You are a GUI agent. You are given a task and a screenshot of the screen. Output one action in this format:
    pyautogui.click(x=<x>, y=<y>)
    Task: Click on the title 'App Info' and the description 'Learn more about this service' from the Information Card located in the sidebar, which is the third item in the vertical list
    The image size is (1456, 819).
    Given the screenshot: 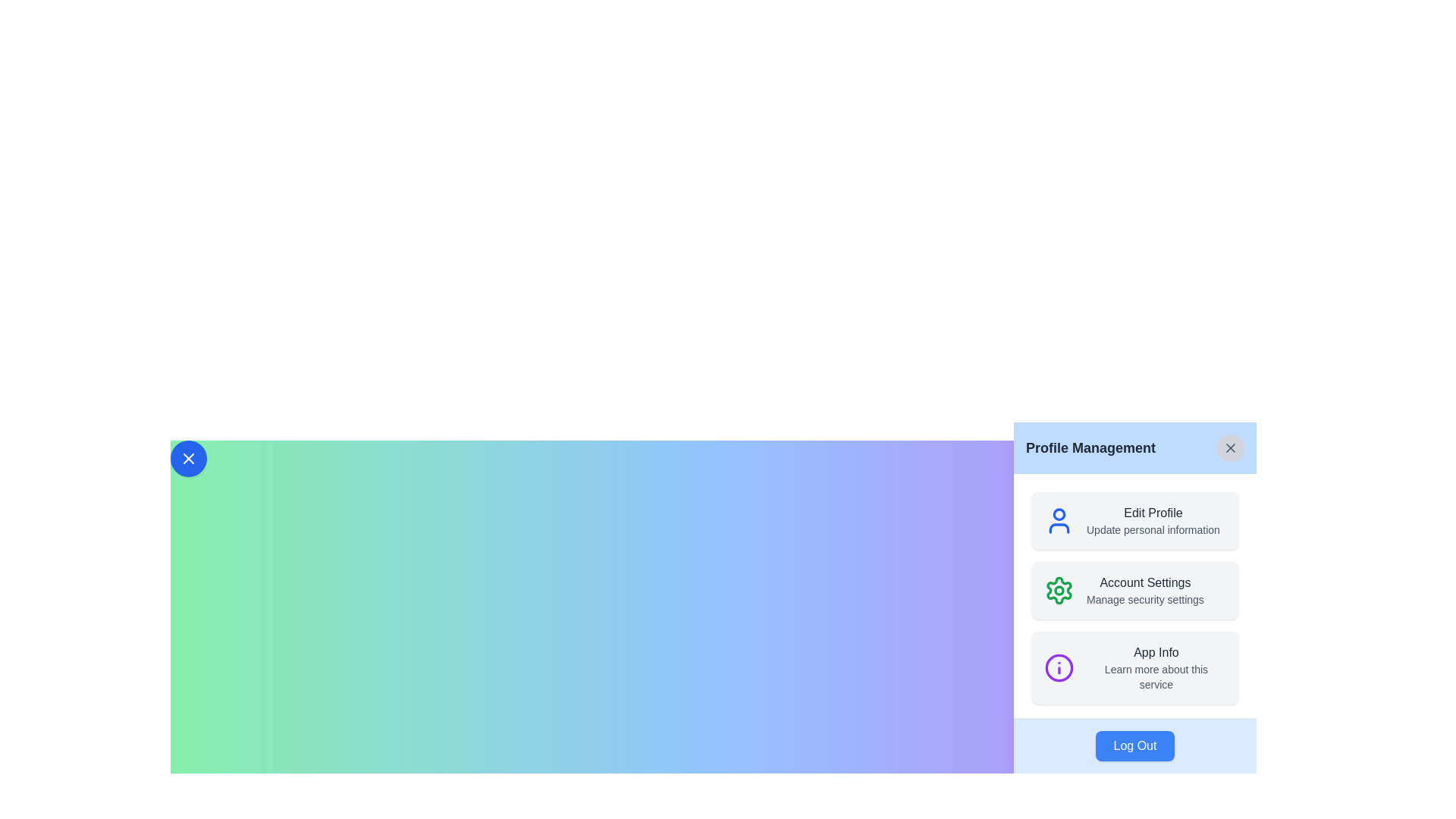 What is the action you would take?
    pyautogui.click(x=1135, y=667)
    